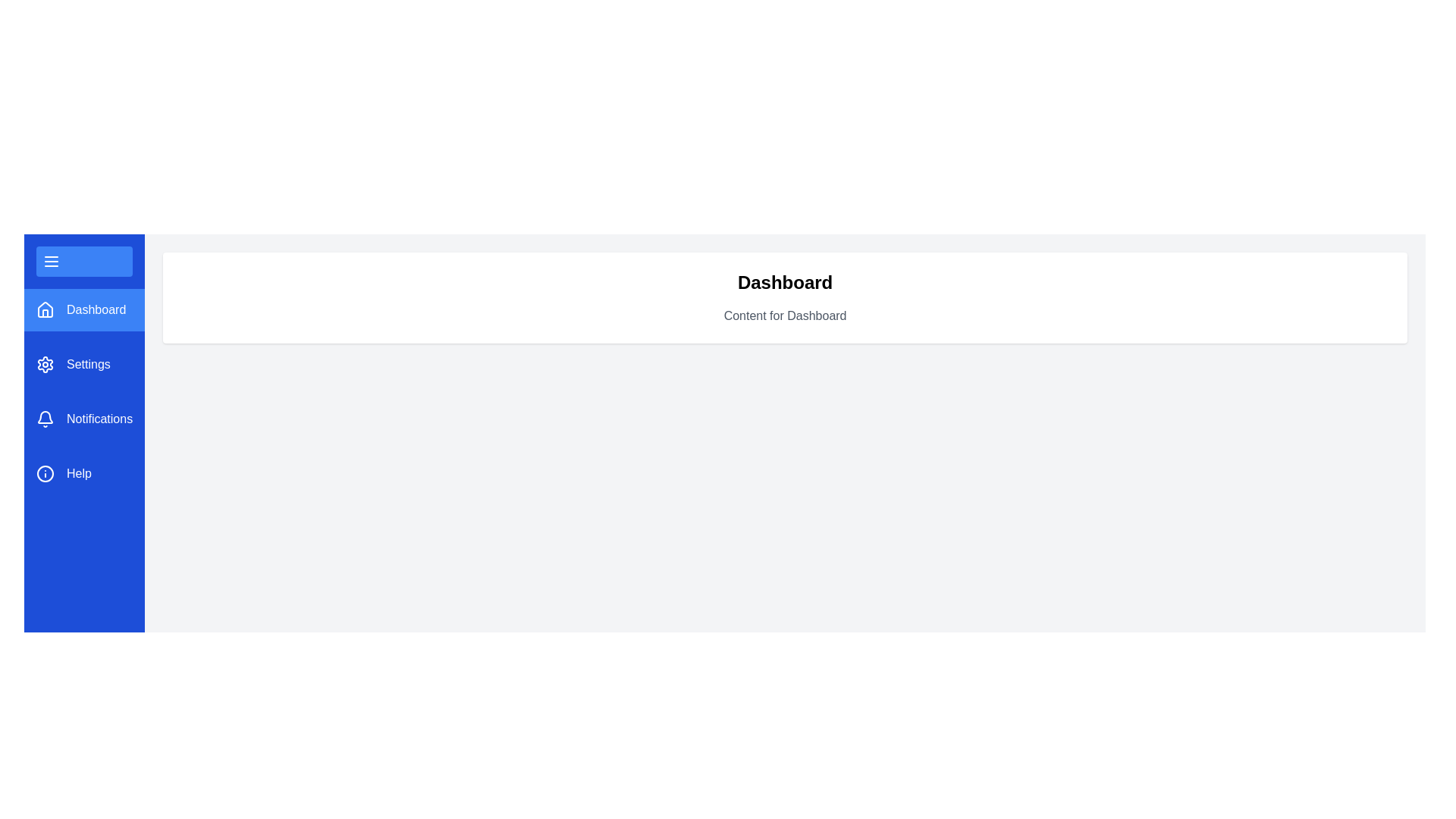 Image resolution: width=1456 pixels, height=819 pixels. What do you see at coordinates (45, 309) in the screenshot?
I see `the house-shaped icon in the sidebar menu` at bounding box center [45, 309].